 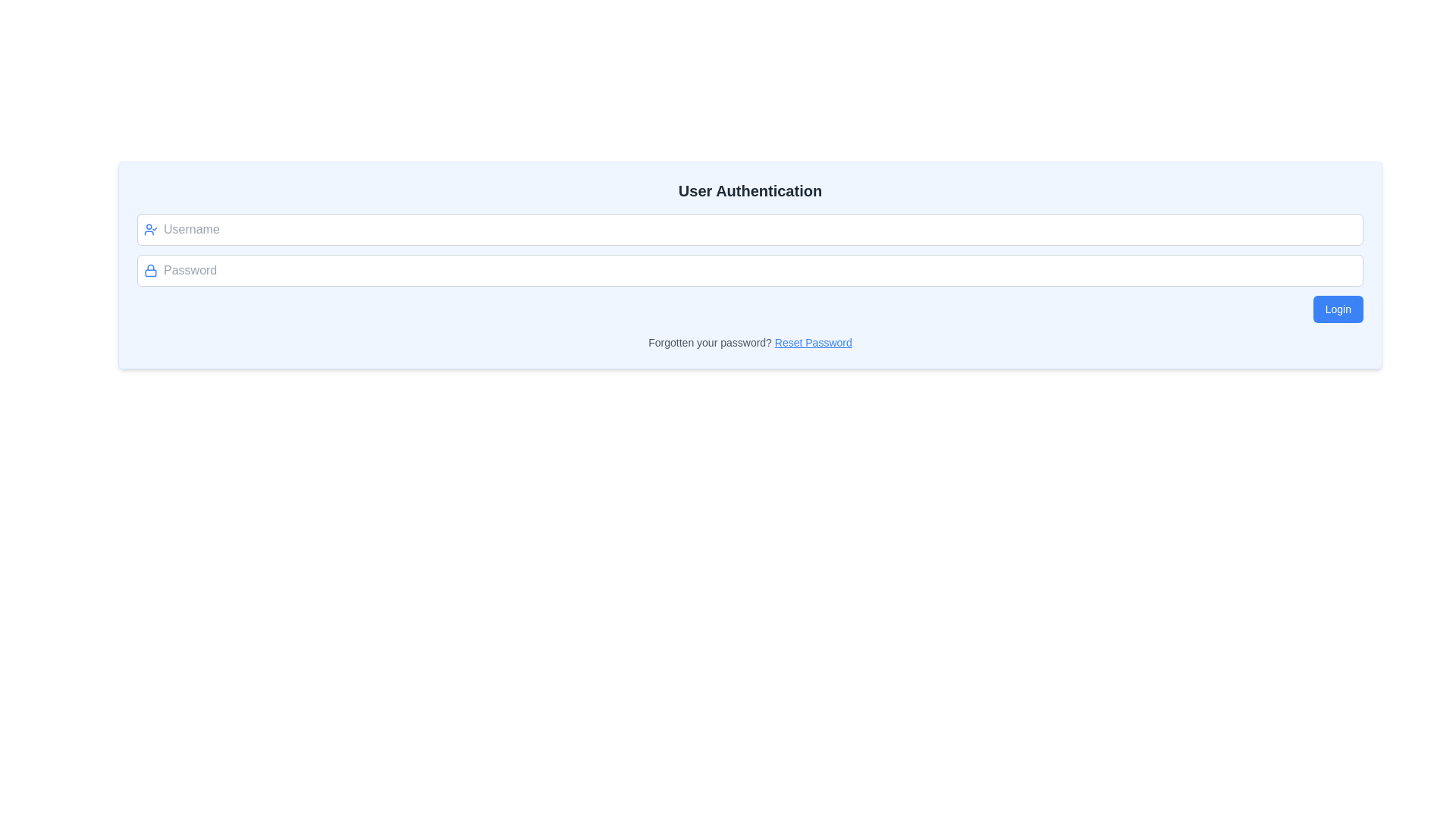 I want to click on the blue lock icon located to the left of the password input field, so click(x=150, y=270).